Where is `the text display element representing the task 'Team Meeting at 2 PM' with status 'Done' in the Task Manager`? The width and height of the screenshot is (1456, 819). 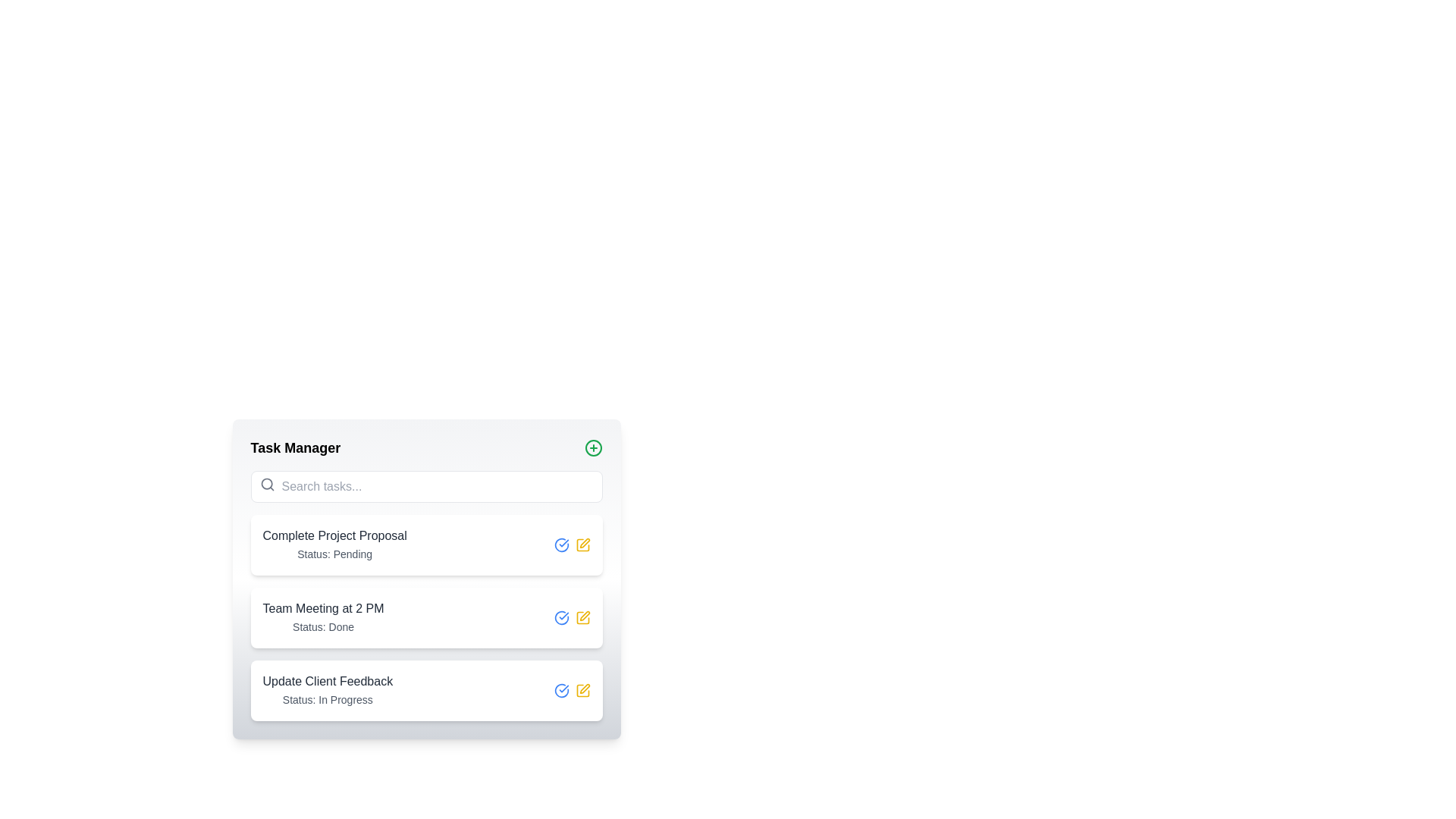
the text display element representing the task 'Team Meeting at 2 PM' with status 'Done' in the Task Manager is located at coordinates (322, 617).